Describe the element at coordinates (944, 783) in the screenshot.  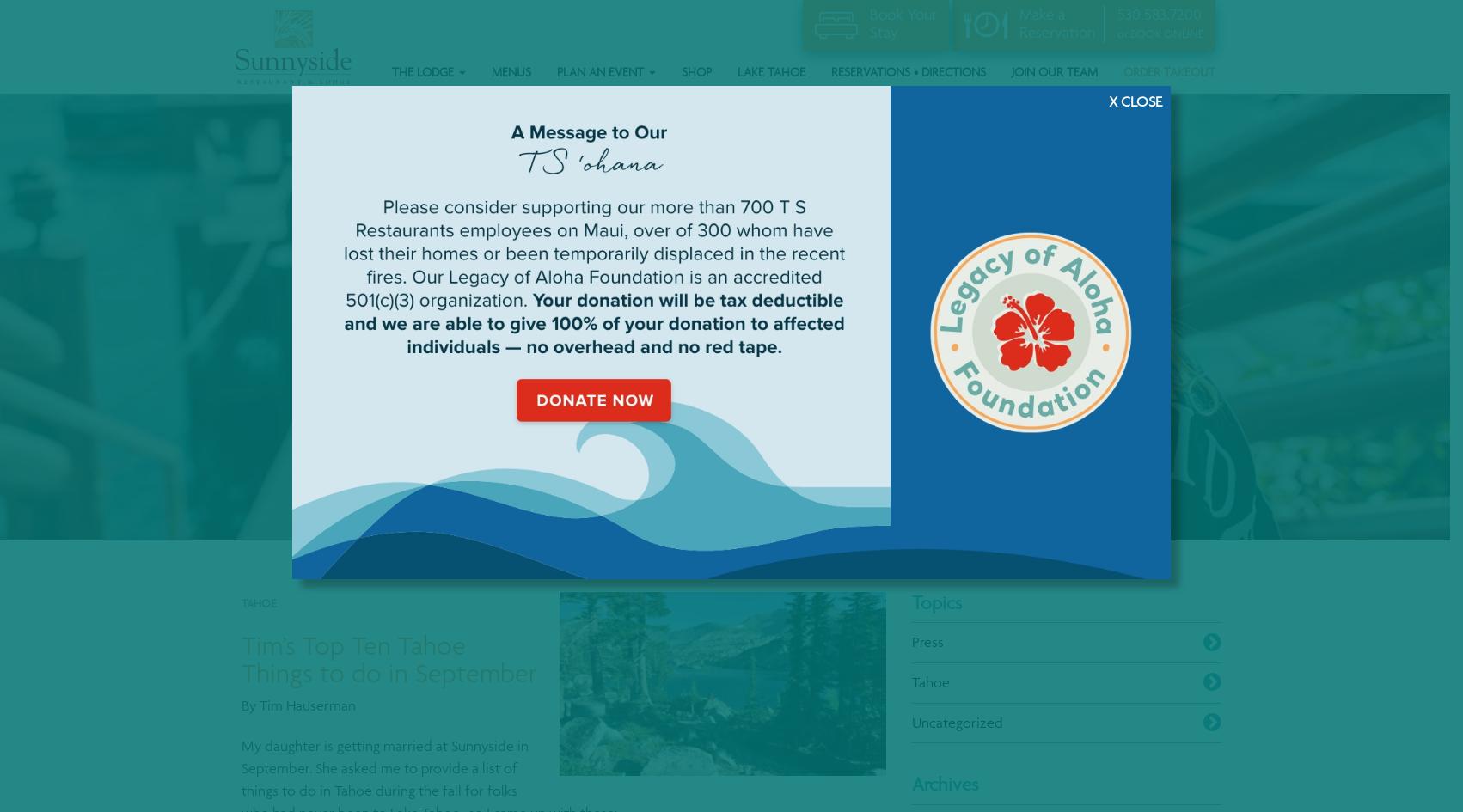
I see `'Archives'` at that location.